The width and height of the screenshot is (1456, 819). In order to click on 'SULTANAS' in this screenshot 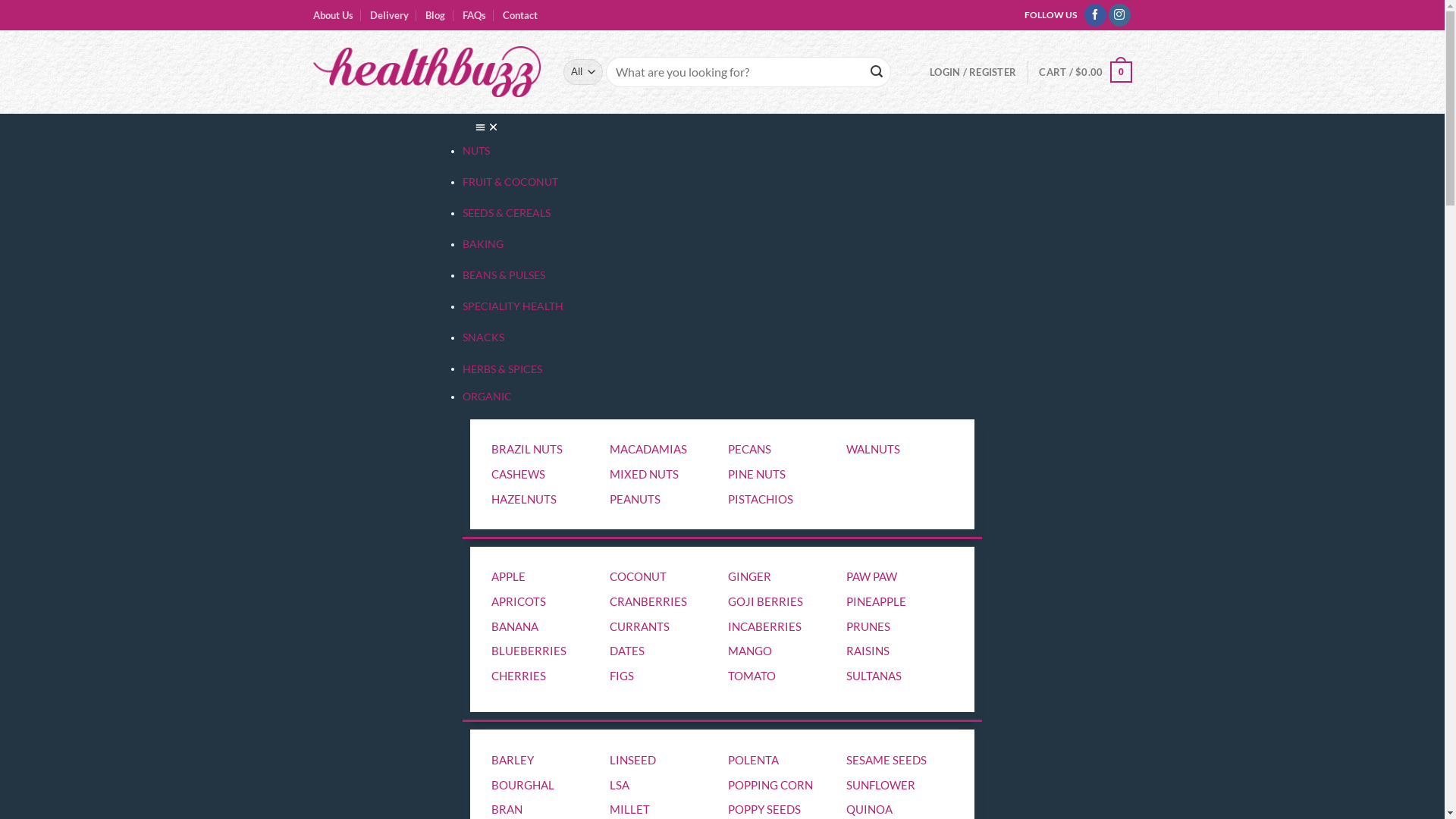, I will do `click(874, 675)`.